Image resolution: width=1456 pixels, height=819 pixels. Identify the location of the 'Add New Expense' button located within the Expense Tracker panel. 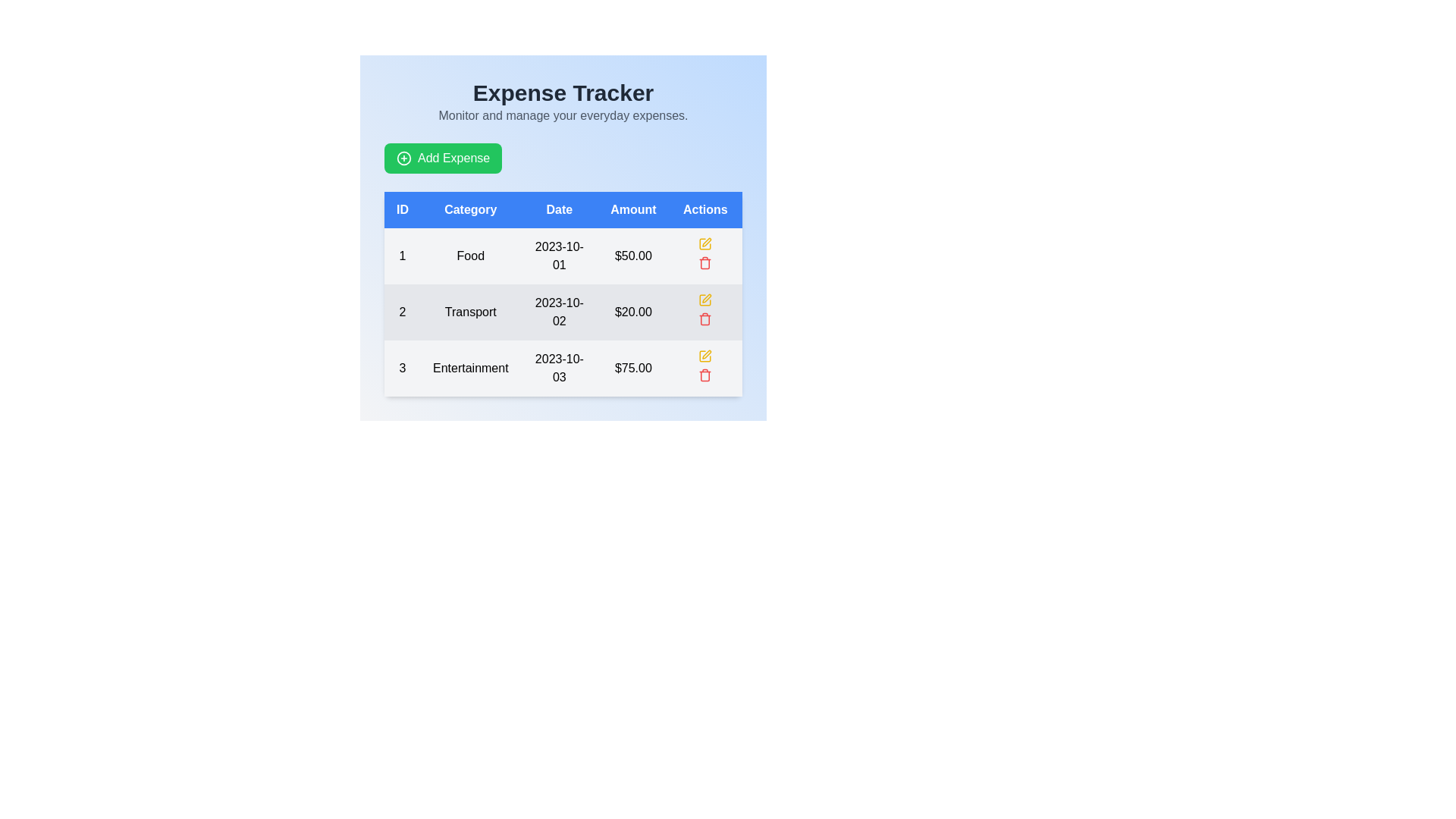
(442, 158).